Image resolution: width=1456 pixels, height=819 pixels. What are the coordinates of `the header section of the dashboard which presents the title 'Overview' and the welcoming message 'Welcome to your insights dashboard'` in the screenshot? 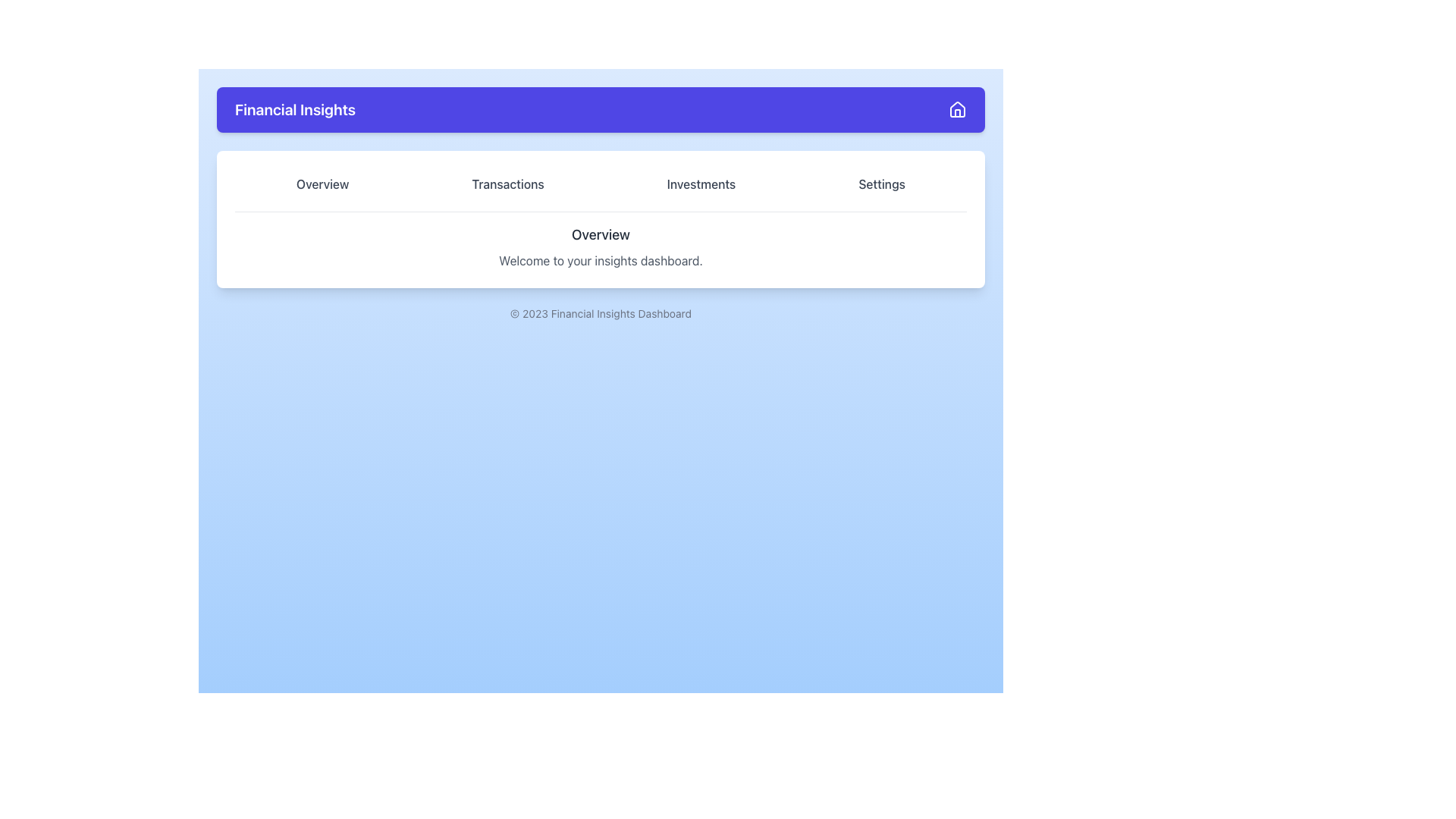 It's located at (600, 246).